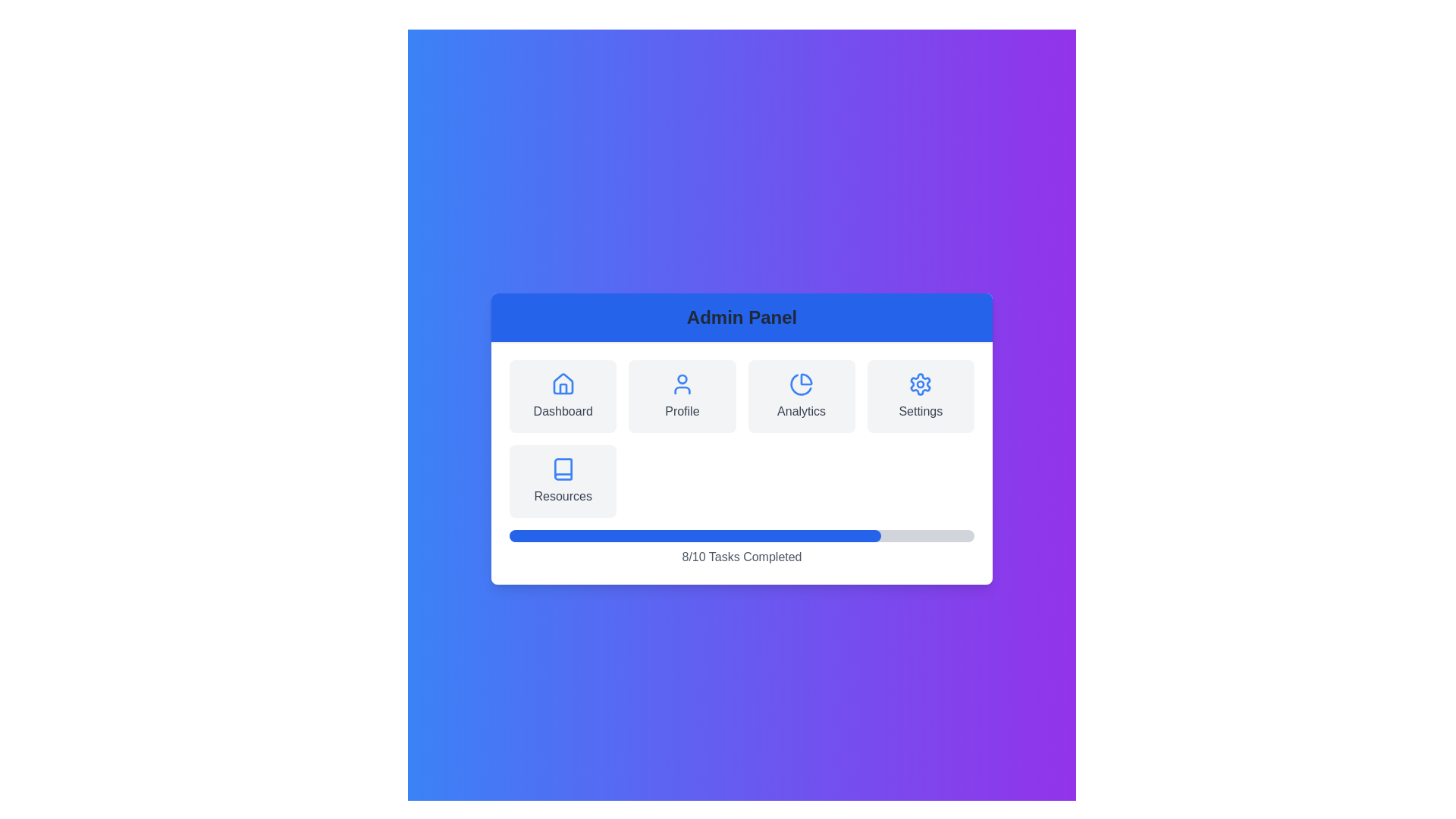 The height and width of the screenshot is (819, 1456). What do you see at coordinates (920, 396) in the screenshot?
I see `the menu option Settings to observe its hover effect` at bounding box center [920, 396].